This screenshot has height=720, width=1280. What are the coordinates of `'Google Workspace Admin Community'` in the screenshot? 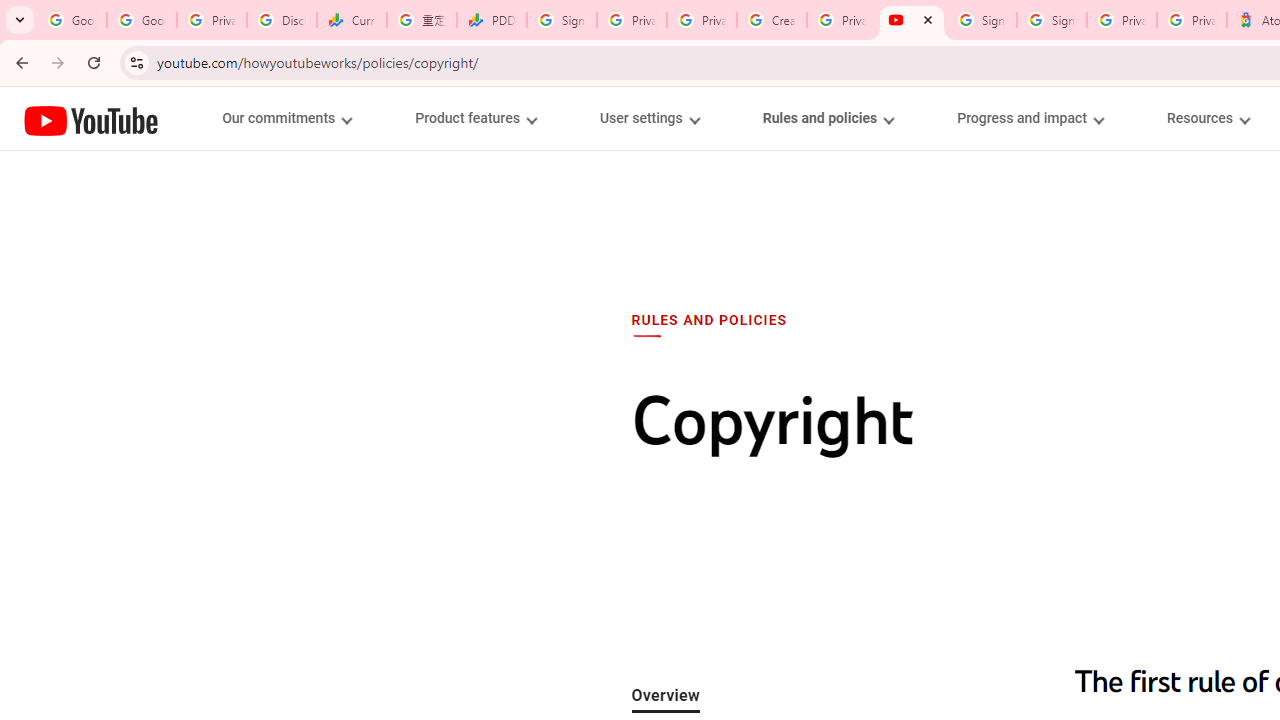 It's located at (72, 20).